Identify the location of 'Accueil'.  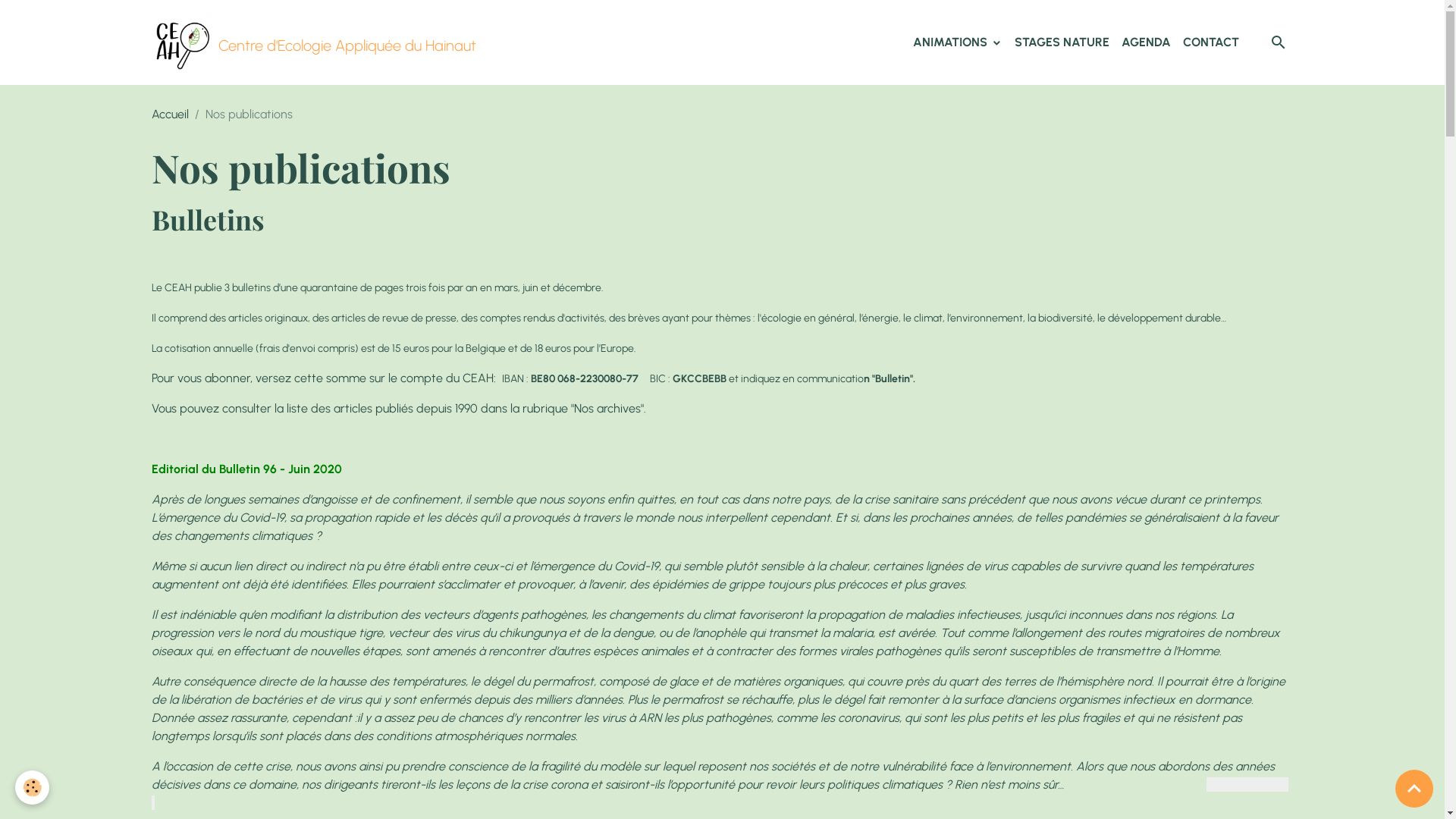
(170, 113).